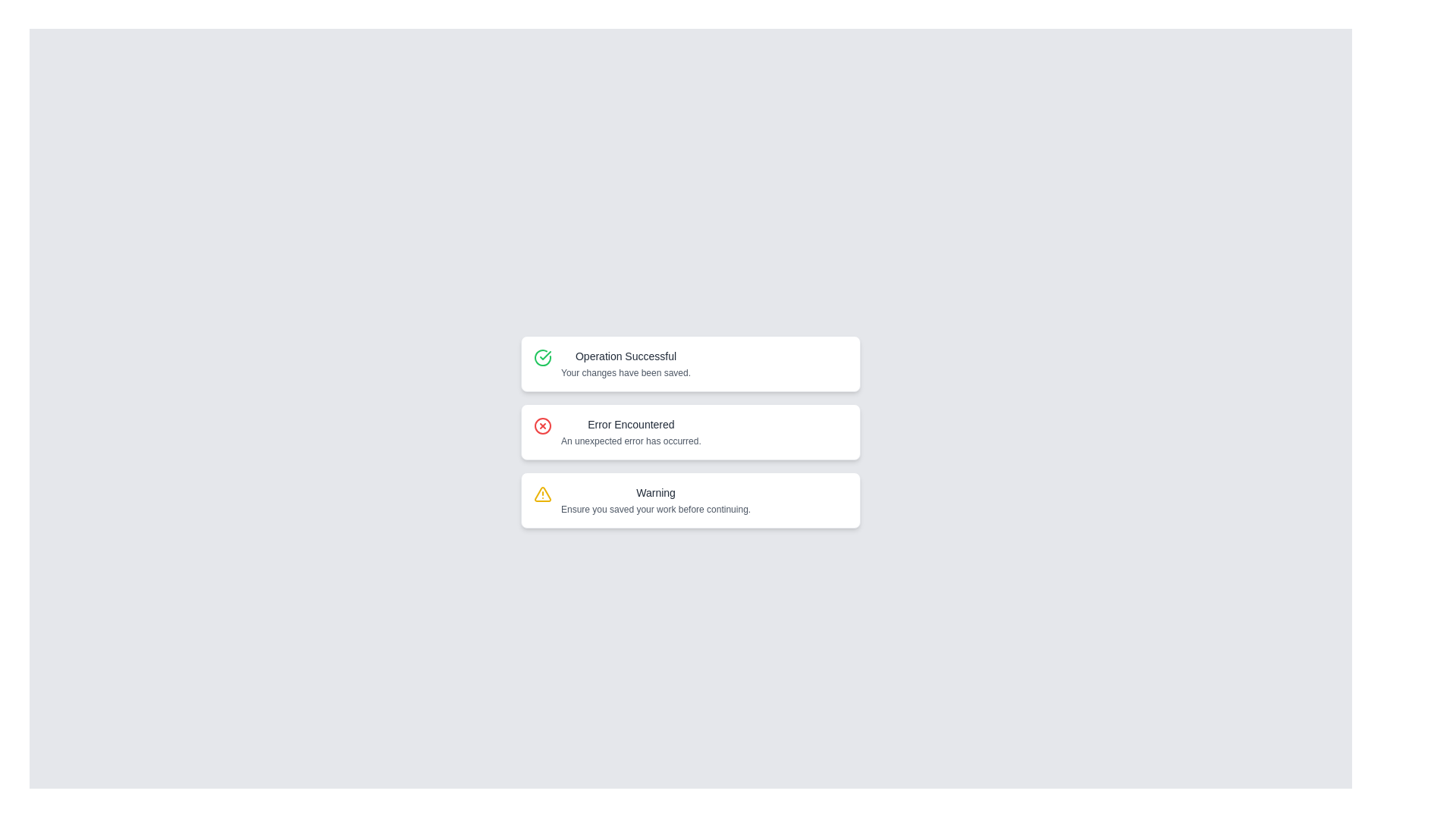 This screenshot has width=1456, height=819. I want to click on text label providing confirmation of successful changes, positioned below the 'Operation Successful' message in the top notification card, so click(626, 373).